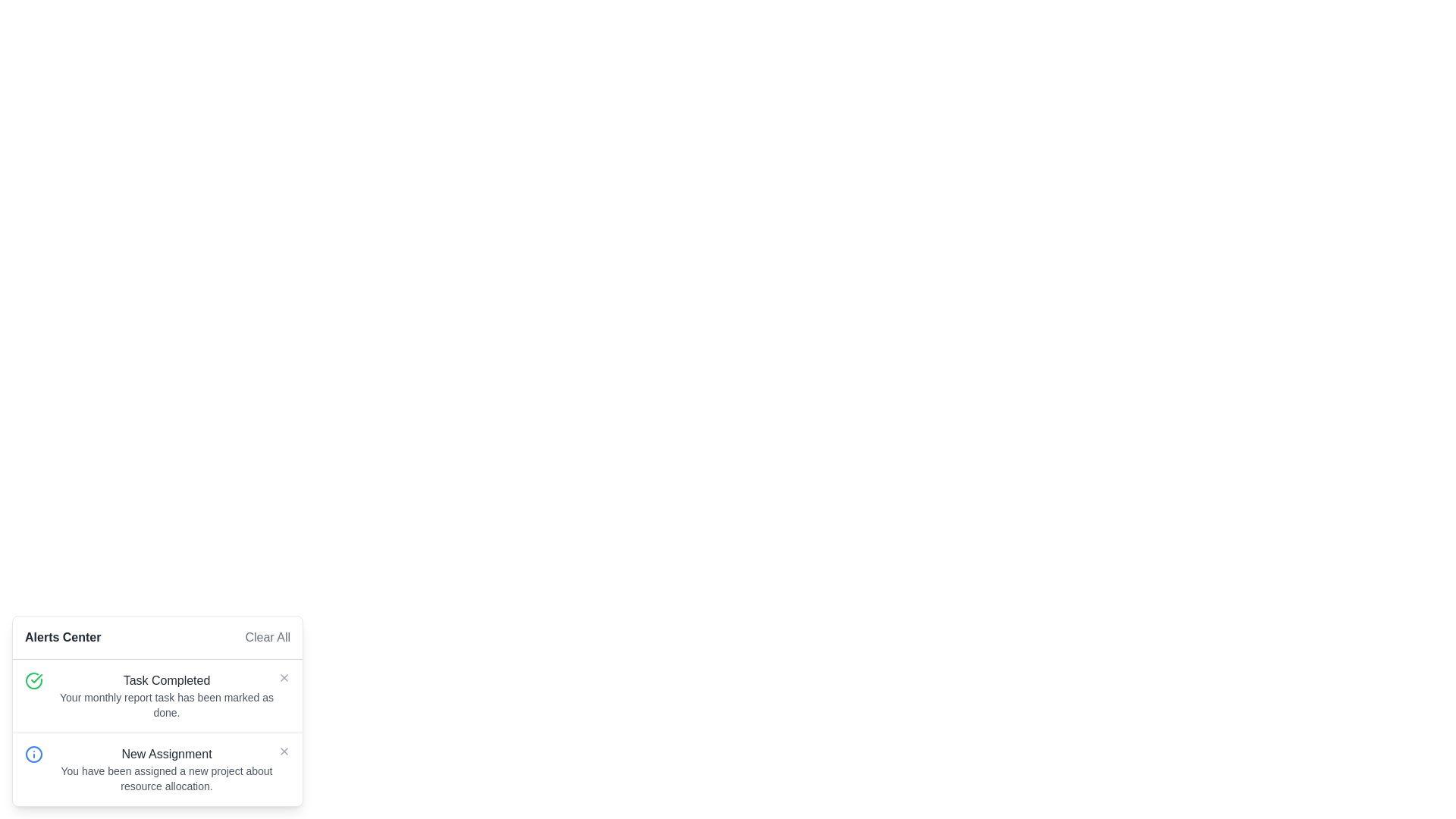 The width and height of the screenshot is (1456, 819). What do you see at coordinates (167, 704) in the screenshot?
I see `the text label displaying 'Your monthly report task has been marked as done.' located under the heading 'Task Completed' in the 'Alerts Center.'` at bounding box center [167, 704].